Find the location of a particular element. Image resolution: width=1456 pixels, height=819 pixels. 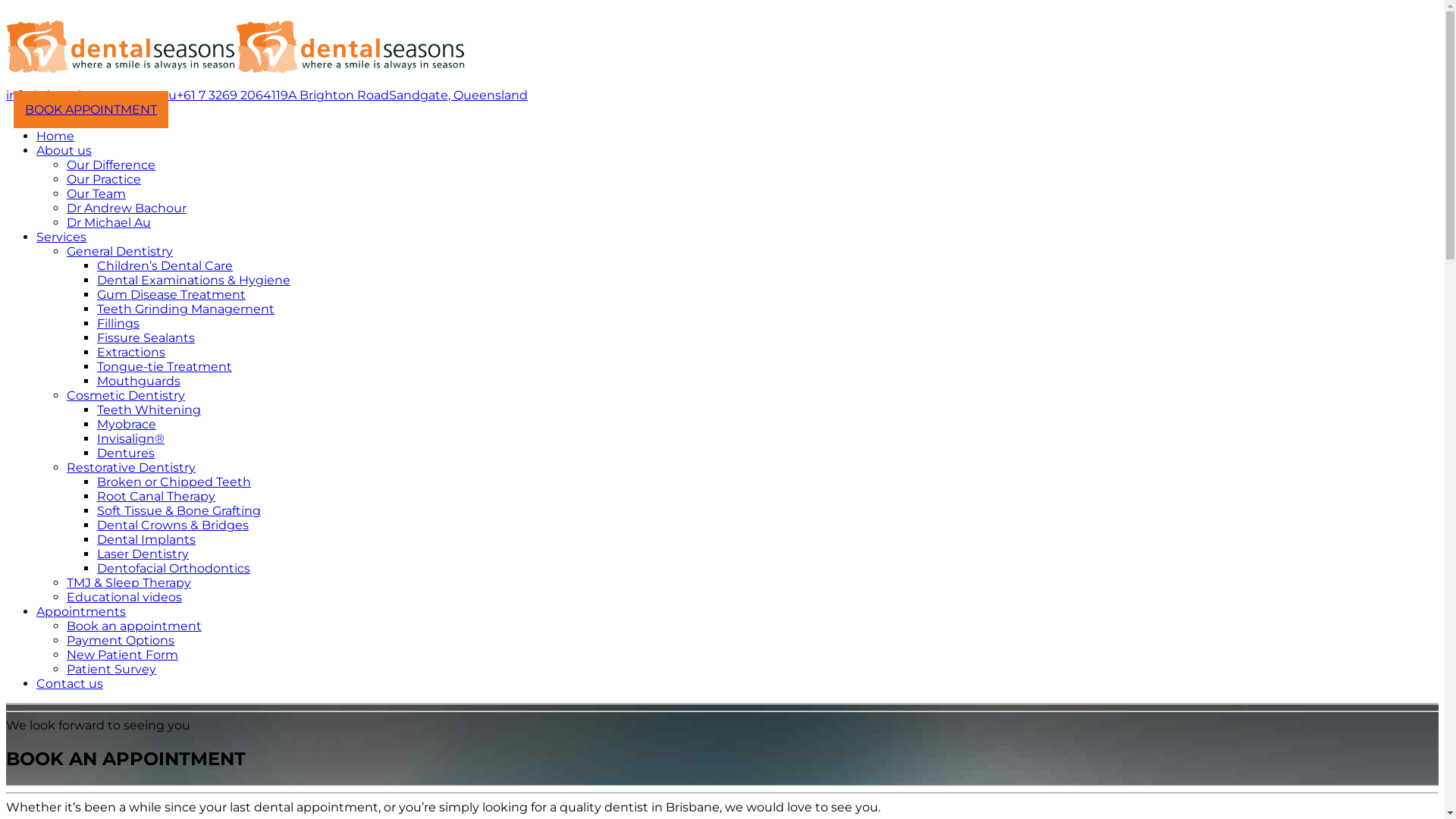

'About us' is located at coordinates (36, 150).